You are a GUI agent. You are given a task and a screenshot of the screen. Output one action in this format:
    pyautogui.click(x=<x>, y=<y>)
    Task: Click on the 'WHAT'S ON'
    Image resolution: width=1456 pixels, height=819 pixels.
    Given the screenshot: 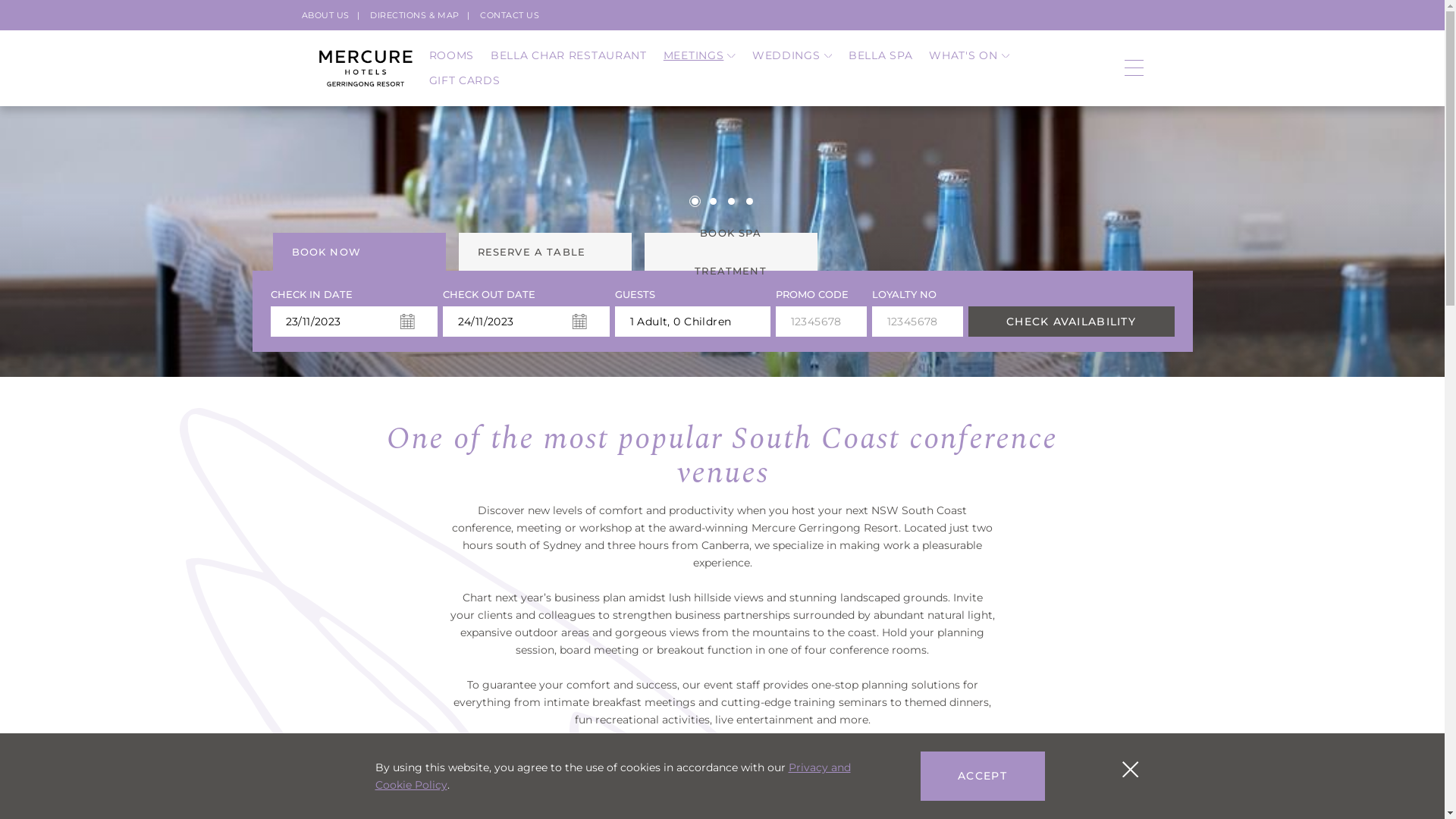 What is the action you would take?
    pyautogui.click(x=968, y=55)
    